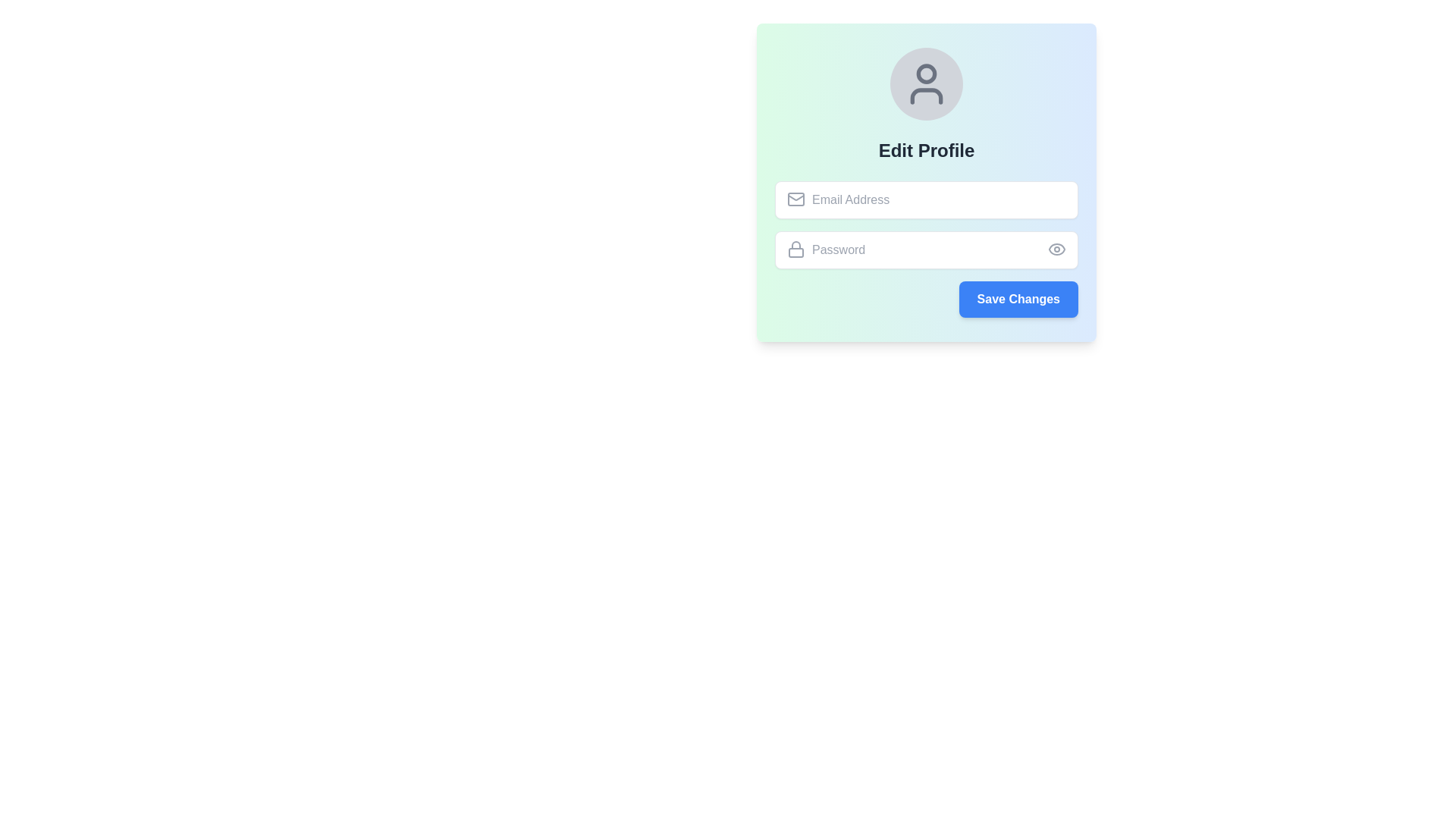  Describe the element at coordinates (926, 73) in the screenshot. I see `the upper circular part of the user figure icon, which represents the head portion of the user profile depiction` at that location.